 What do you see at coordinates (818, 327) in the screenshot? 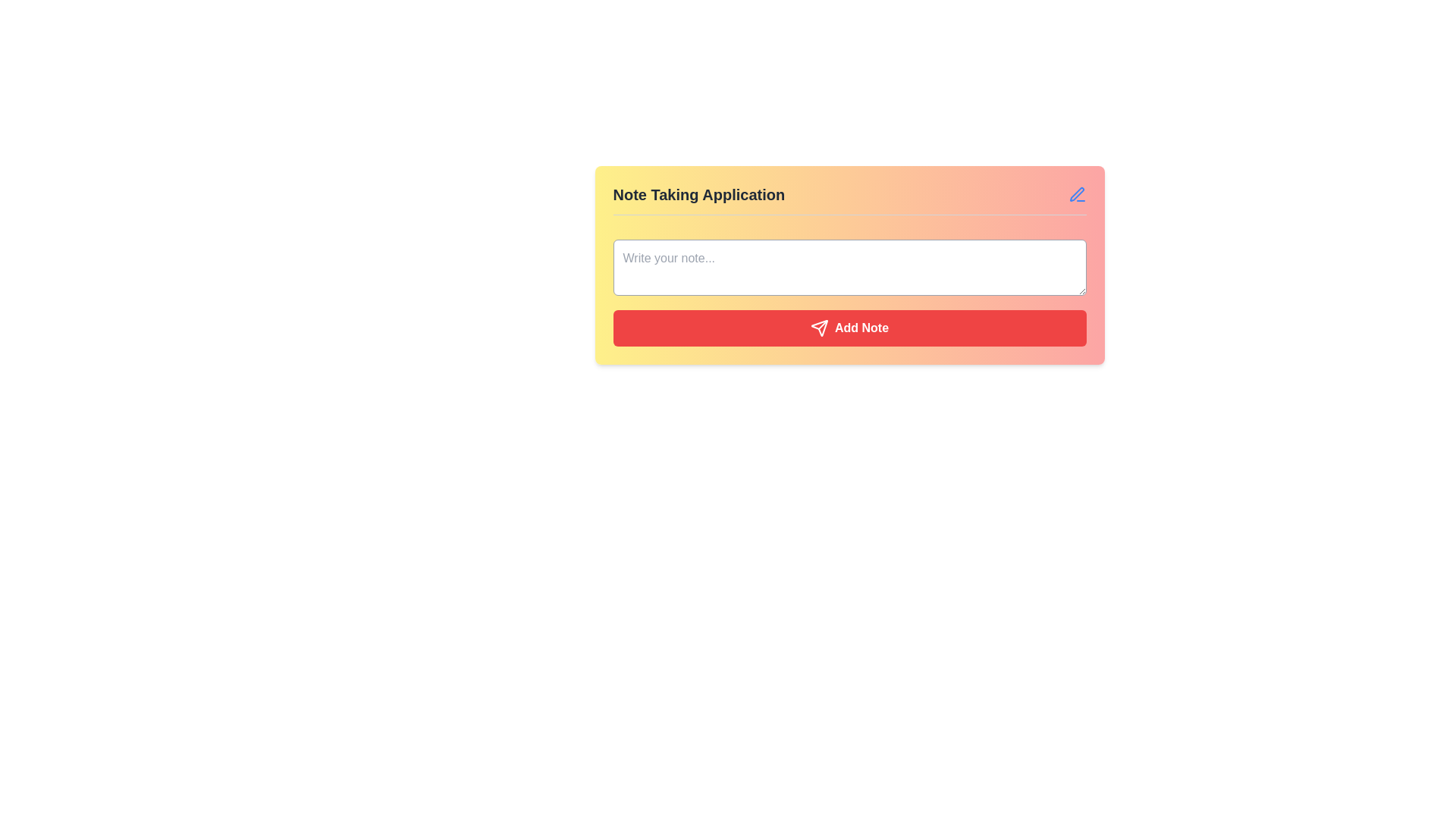
I see `the paper plane icon that symbolizes sending action, located to the left of the 'Add Note' text within the 'Add Note' button at the bottom of the interface` at bounding box center [818, 327].